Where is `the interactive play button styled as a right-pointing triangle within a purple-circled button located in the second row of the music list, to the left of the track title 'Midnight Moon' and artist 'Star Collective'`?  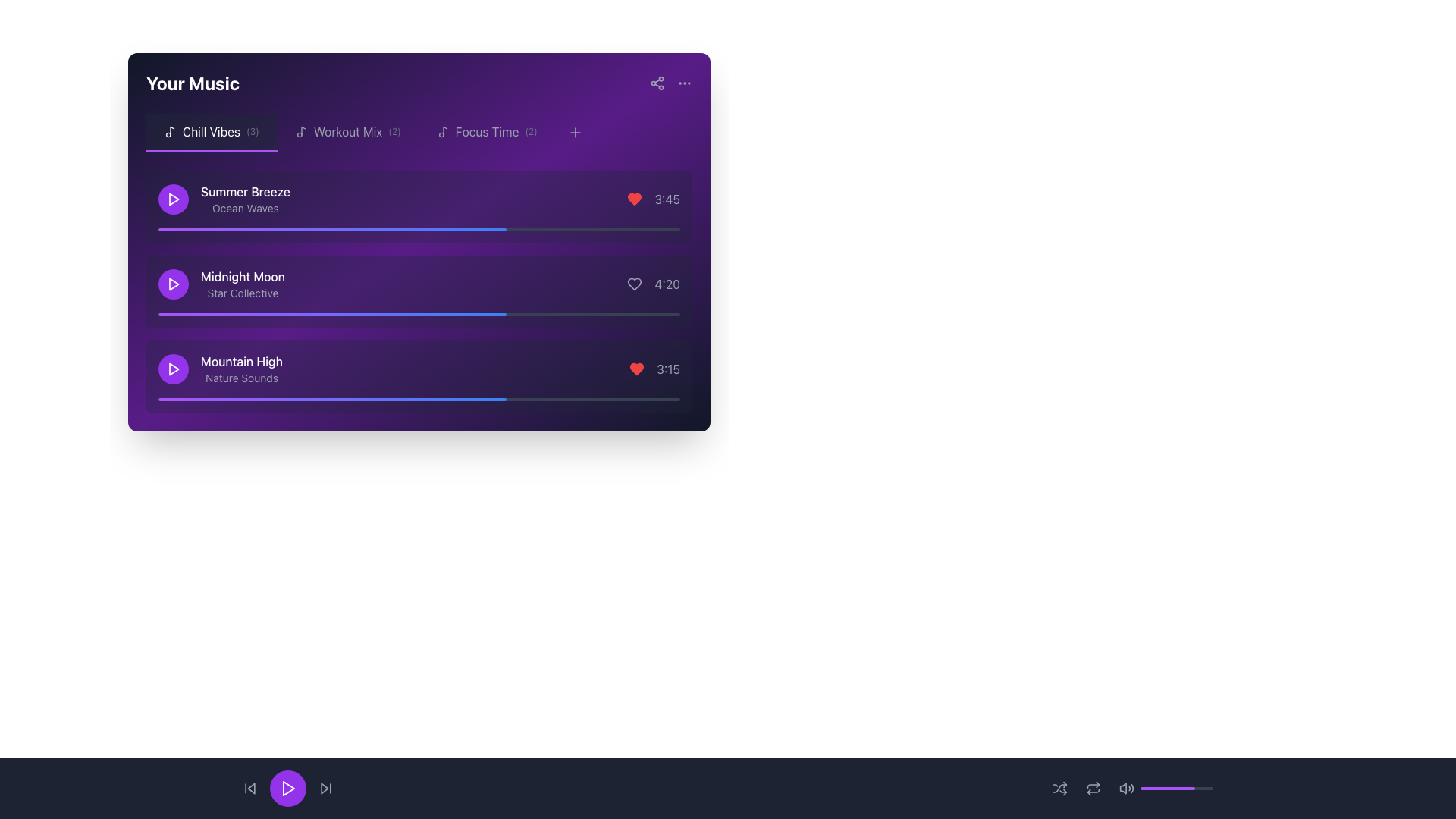
the interactive play button styled as a right-pointing triangle within a purple-circled button located in the second row of the music list, to the left of the track title 'Midnight Moon' and artist 'Star Collective' is located at coordinates (174, 284).